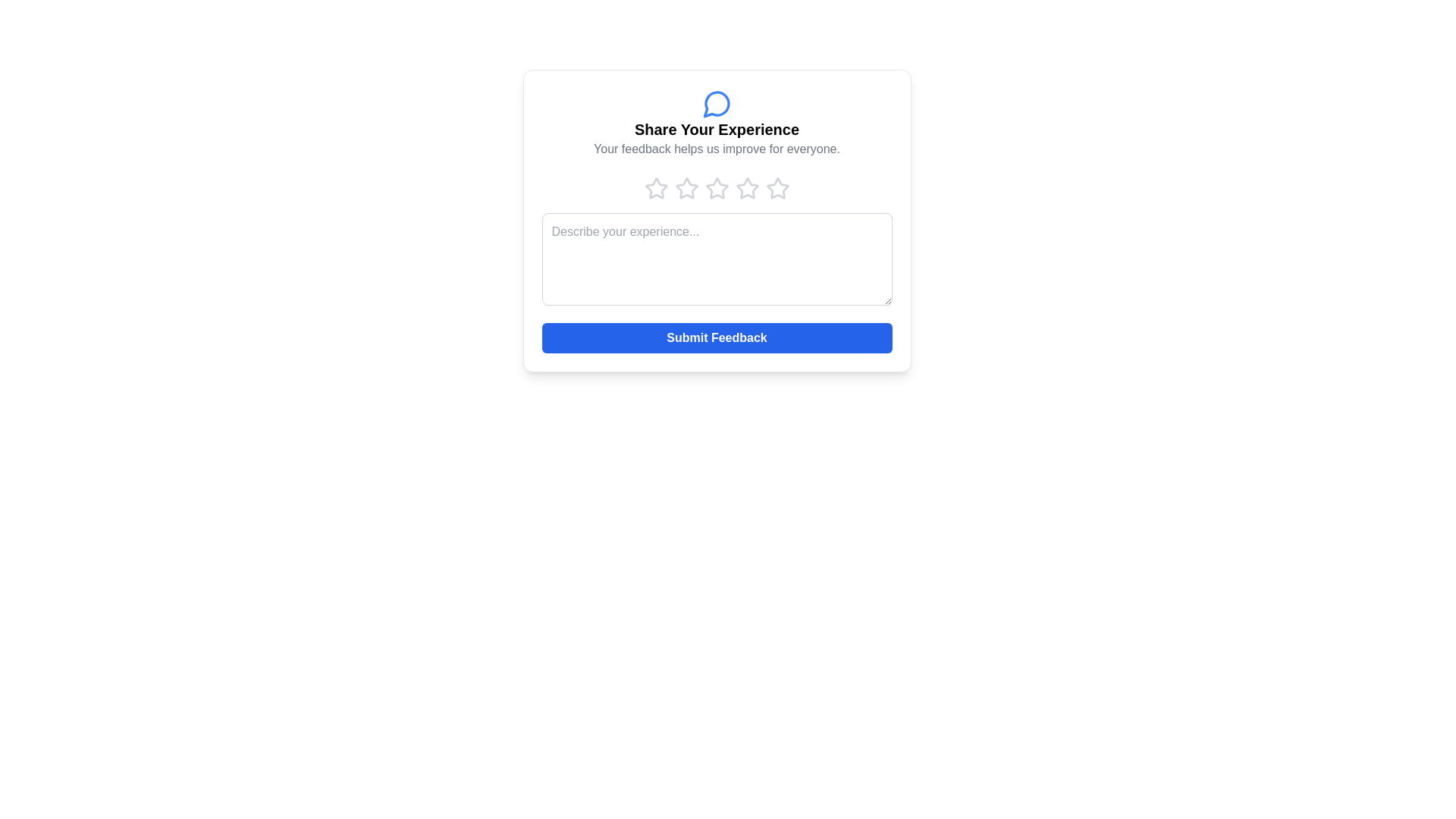  Describe the element at coordinates (747, 188) in the screenshot. I see `the fourth star-shaped rating icon in the horizontal rating control at the top of the feedback form` at that location.